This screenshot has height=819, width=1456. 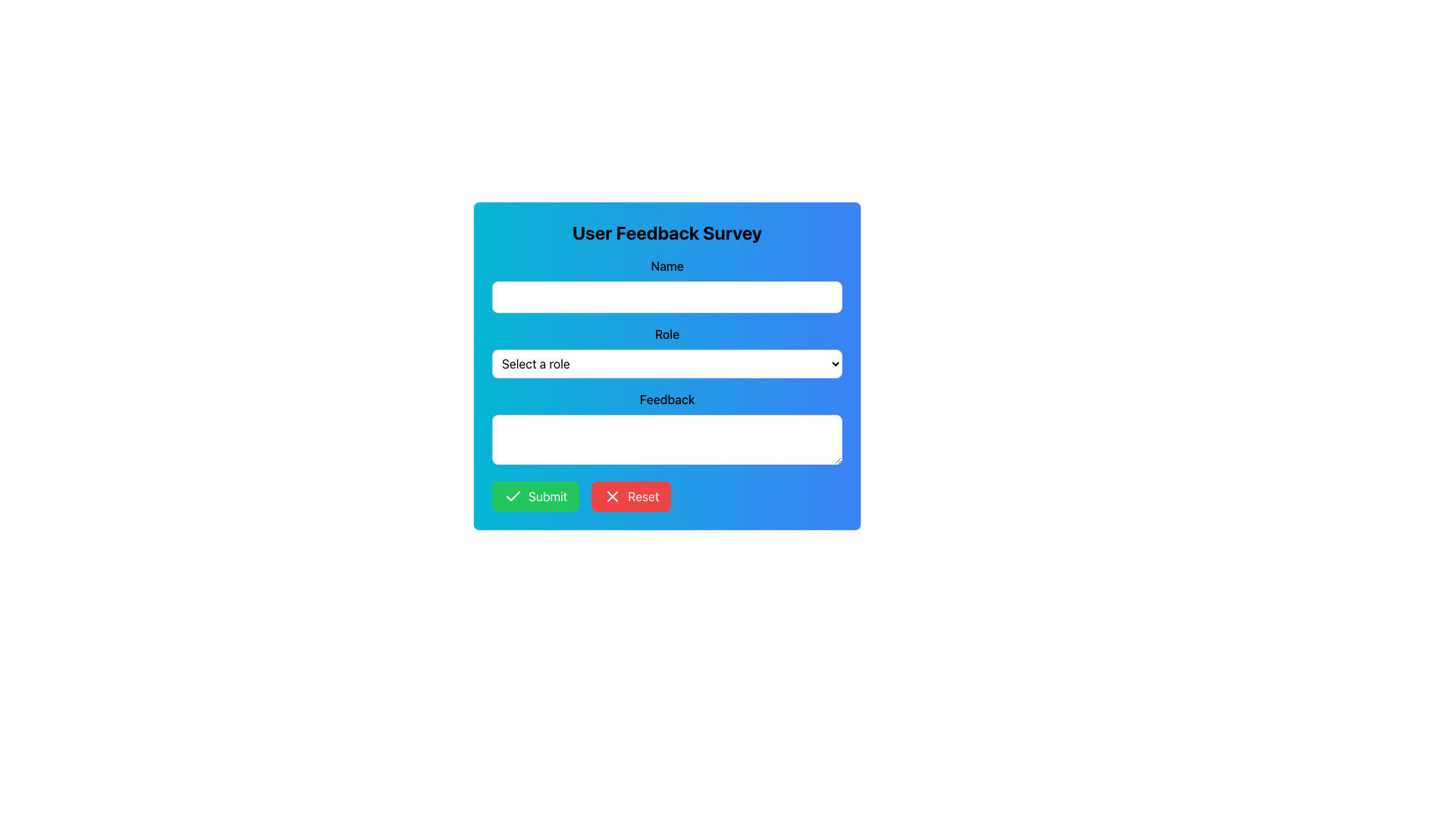 What do you see at coordinates (631, 497) in the screenshot?
I see `the reset button located to the right of the 'Submit' button in the user feedback form` at bounding box center [631, 497].